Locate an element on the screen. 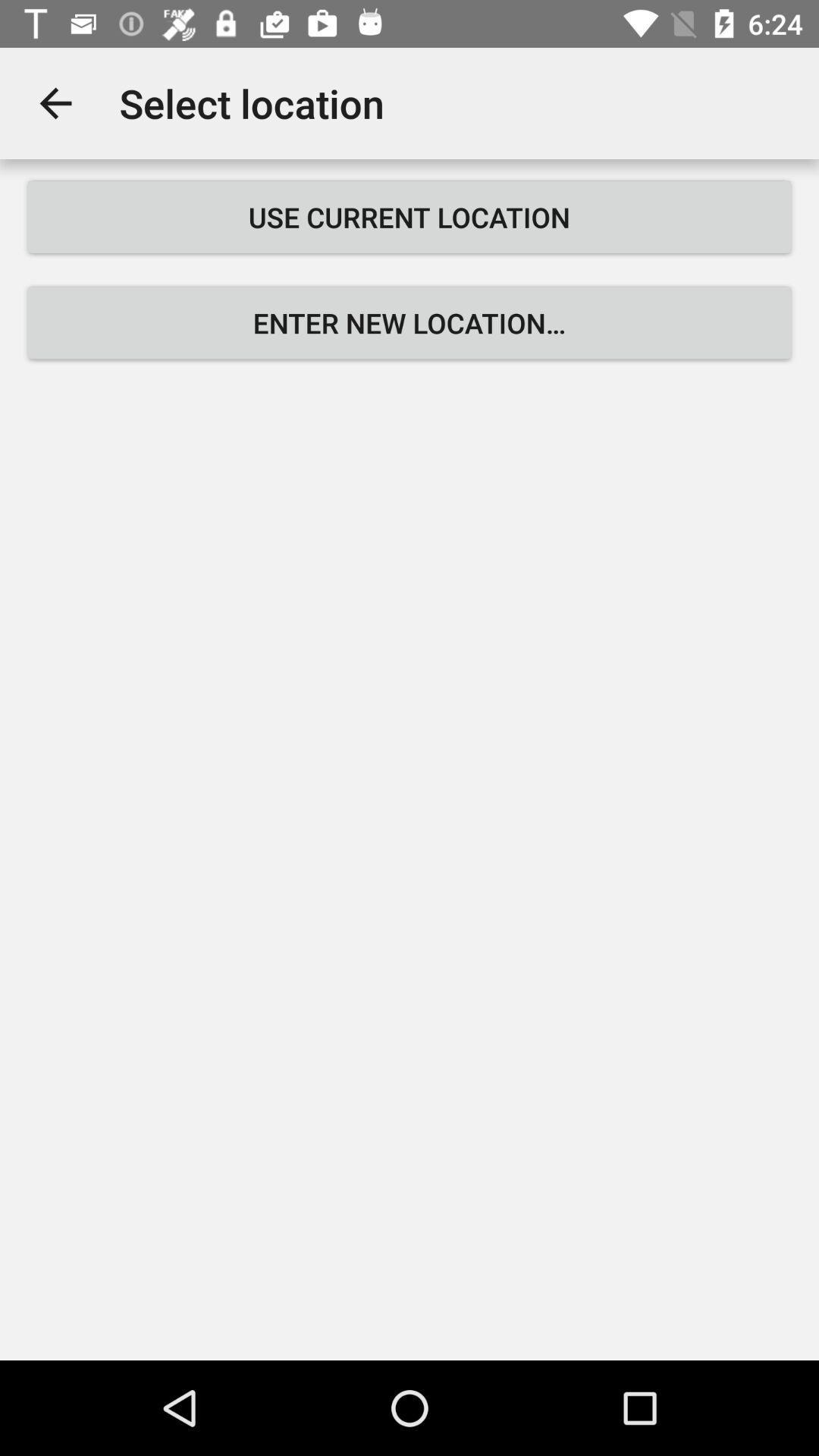 The width and height of the screenshot is (819, 1456). icon above the use current location is located at coordinates (55, 102).